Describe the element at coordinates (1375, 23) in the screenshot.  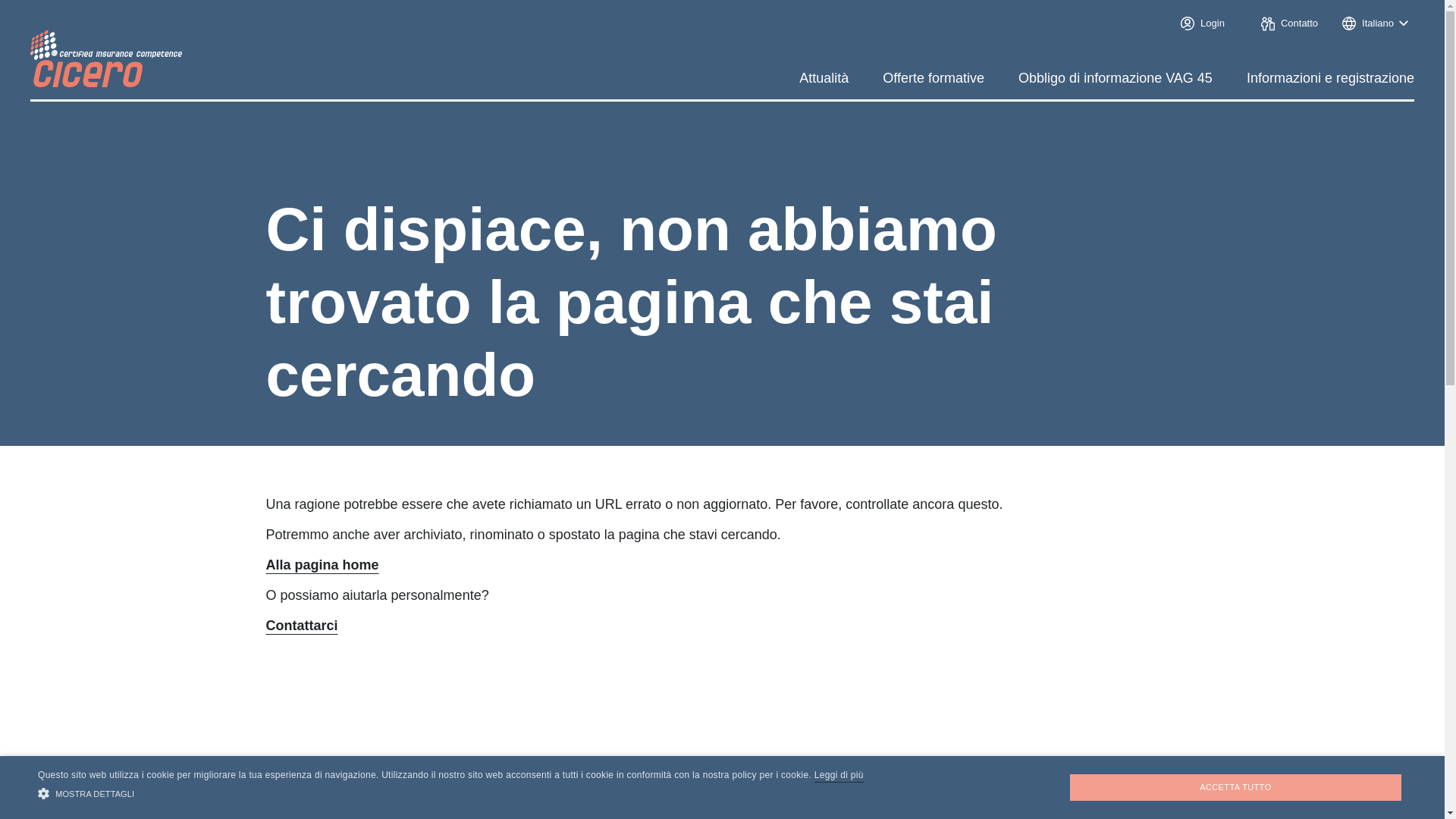
I see `'Italiano'` at that location.